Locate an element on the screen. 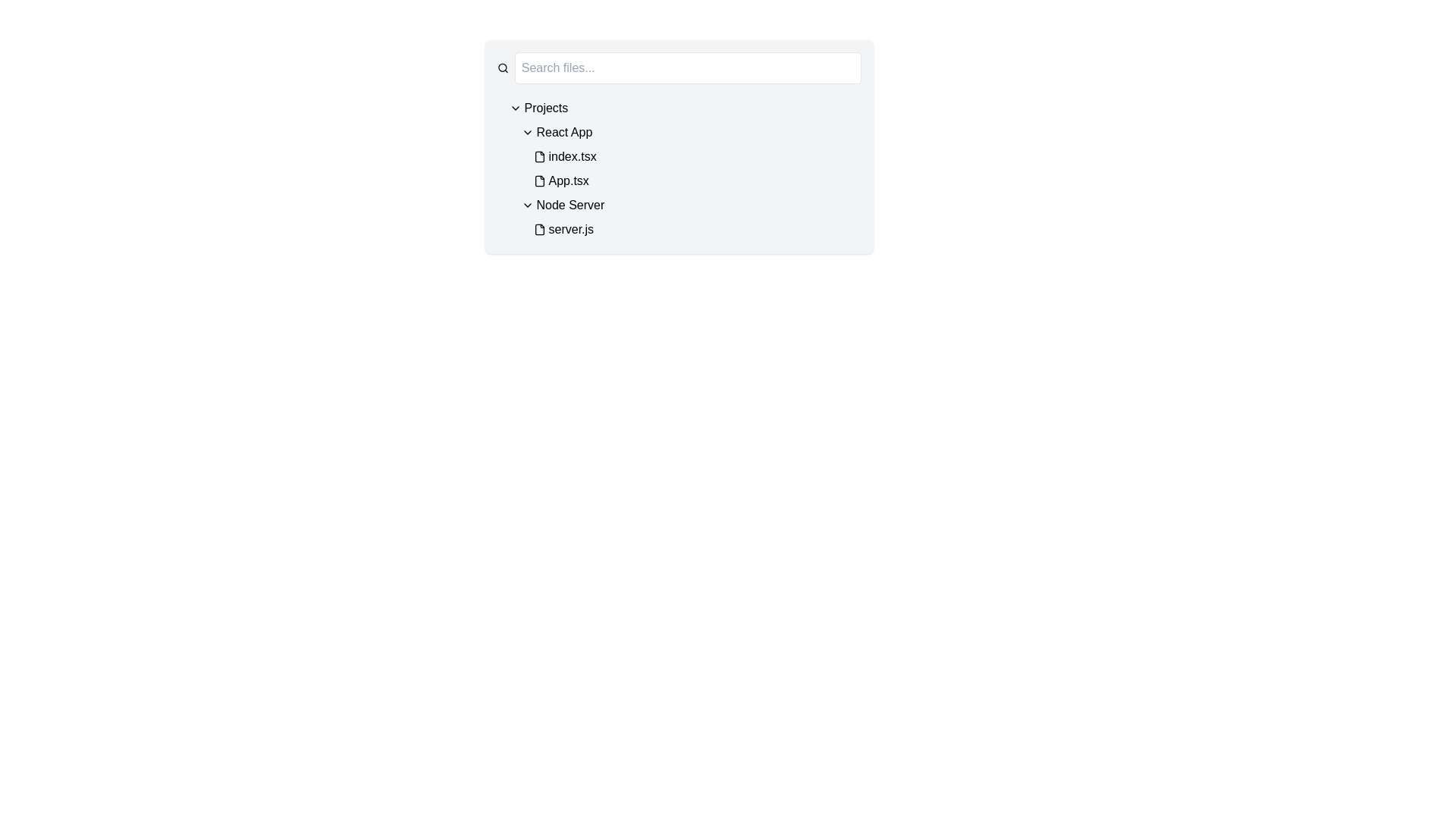  the 'server.js' file text label is located at coordinates (570, 230).